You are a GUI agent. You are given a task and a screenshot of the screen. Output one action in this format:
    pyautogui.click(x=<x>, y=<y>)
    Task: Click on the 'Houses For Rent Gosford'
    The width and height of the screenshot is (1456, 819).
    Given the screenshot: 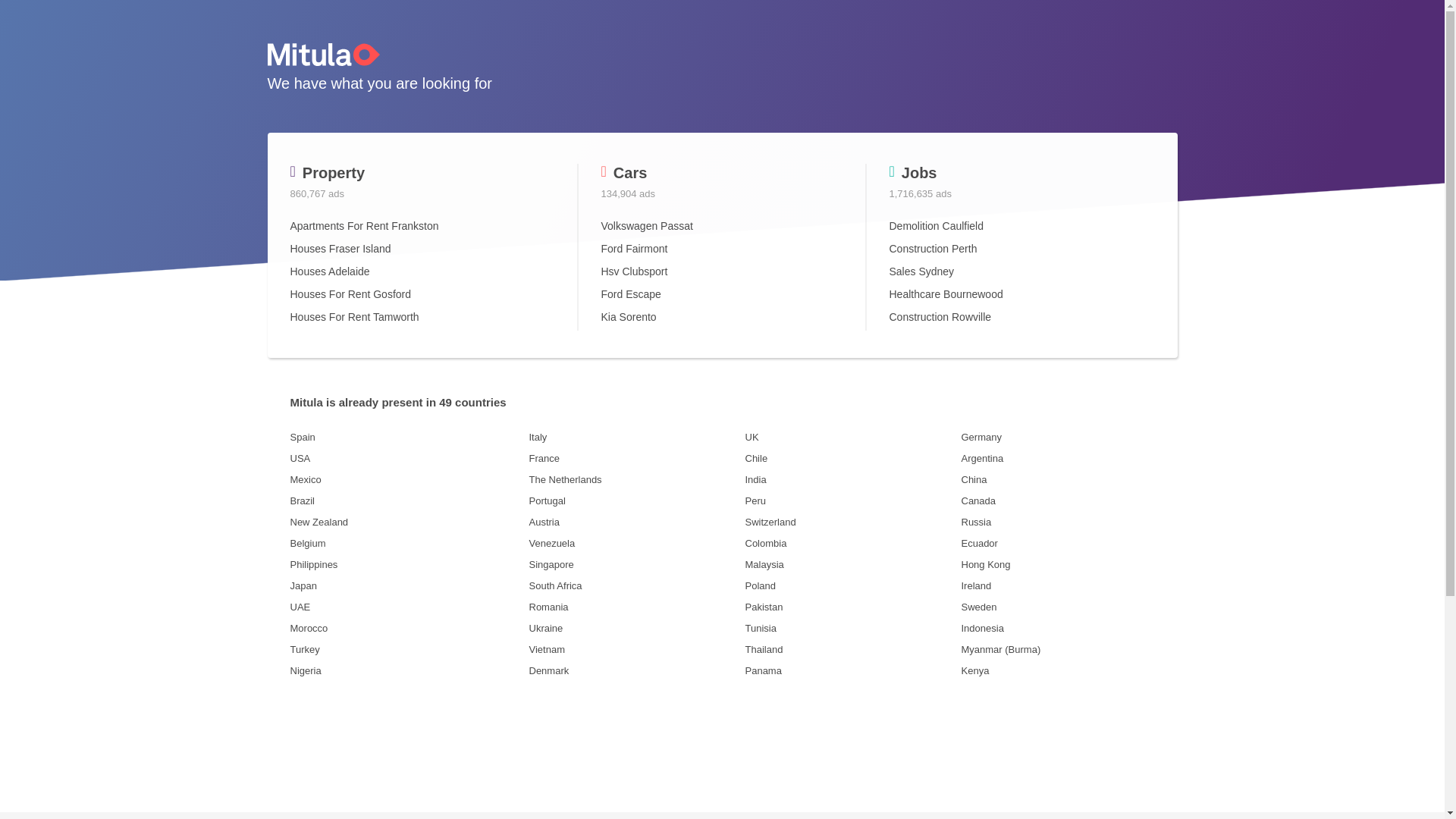 What is the action you would take?
    pyautogui.click(x=349, y=294)
    